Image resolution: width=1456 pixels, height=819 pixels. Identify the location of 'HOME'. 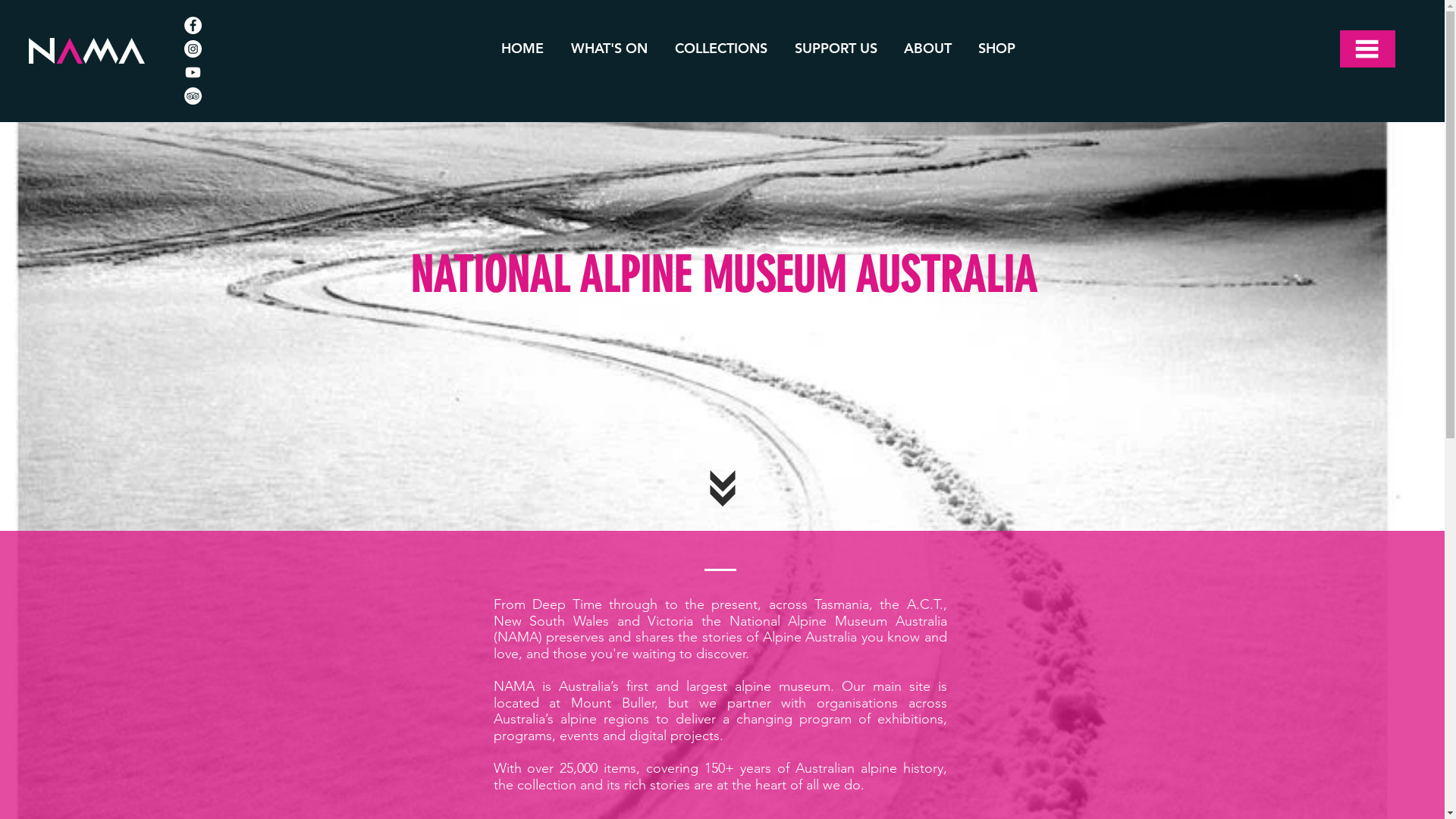
(522, 48).